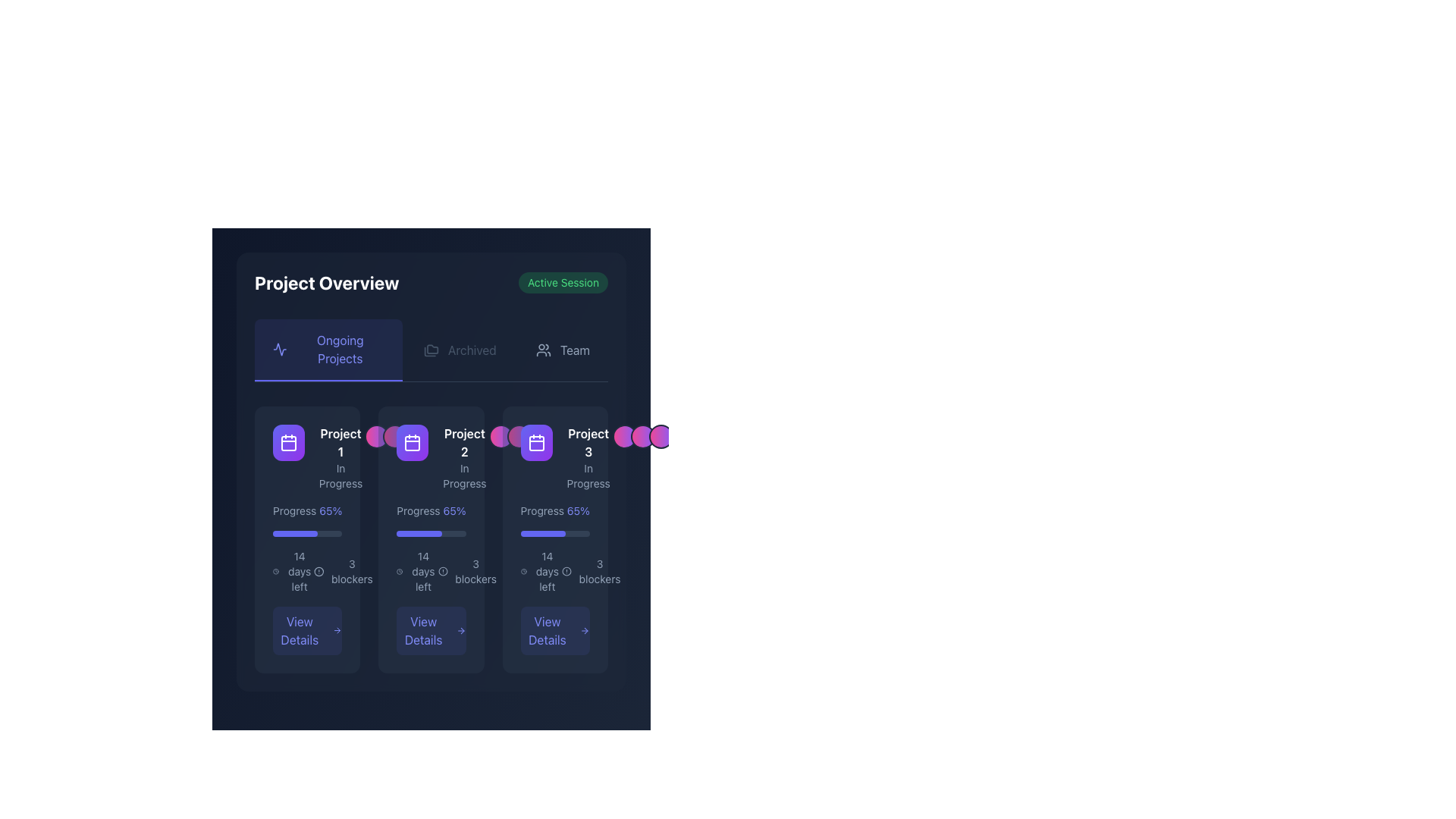 This screenshot has height=819, width=1456. I want to click on value displayed in the static text label showing '65%' in indigo color, which is part of the 'Project 2' card under the 'Progress' label, so click(453, 511).